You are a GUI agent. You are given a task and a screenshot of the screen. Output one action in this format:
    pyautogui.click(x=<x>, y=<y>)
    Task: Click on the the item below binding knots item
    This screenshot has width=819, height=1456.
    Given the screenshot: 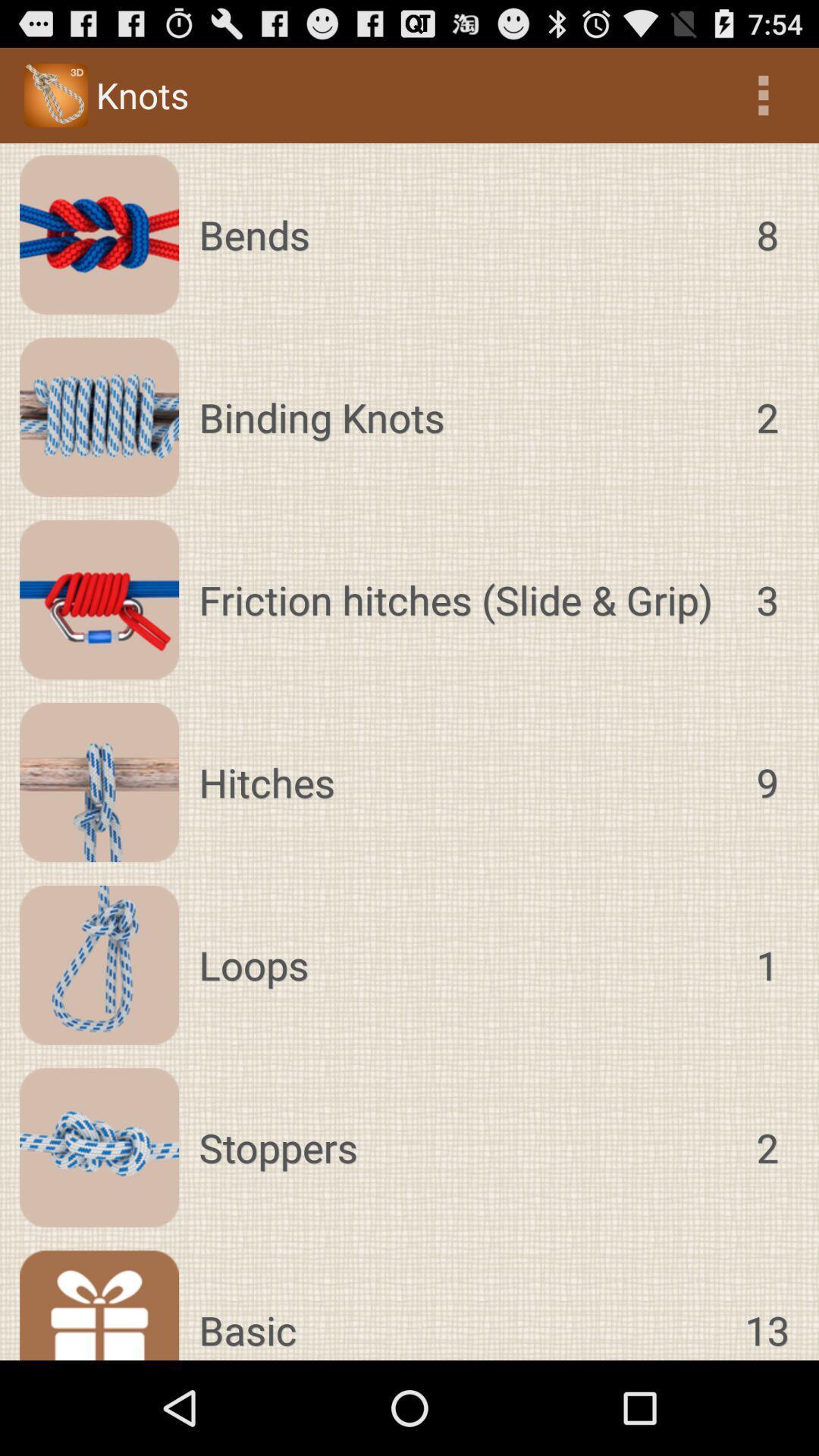 What is the action you would take?
    pyautogui.click(x=462, y=599)
    